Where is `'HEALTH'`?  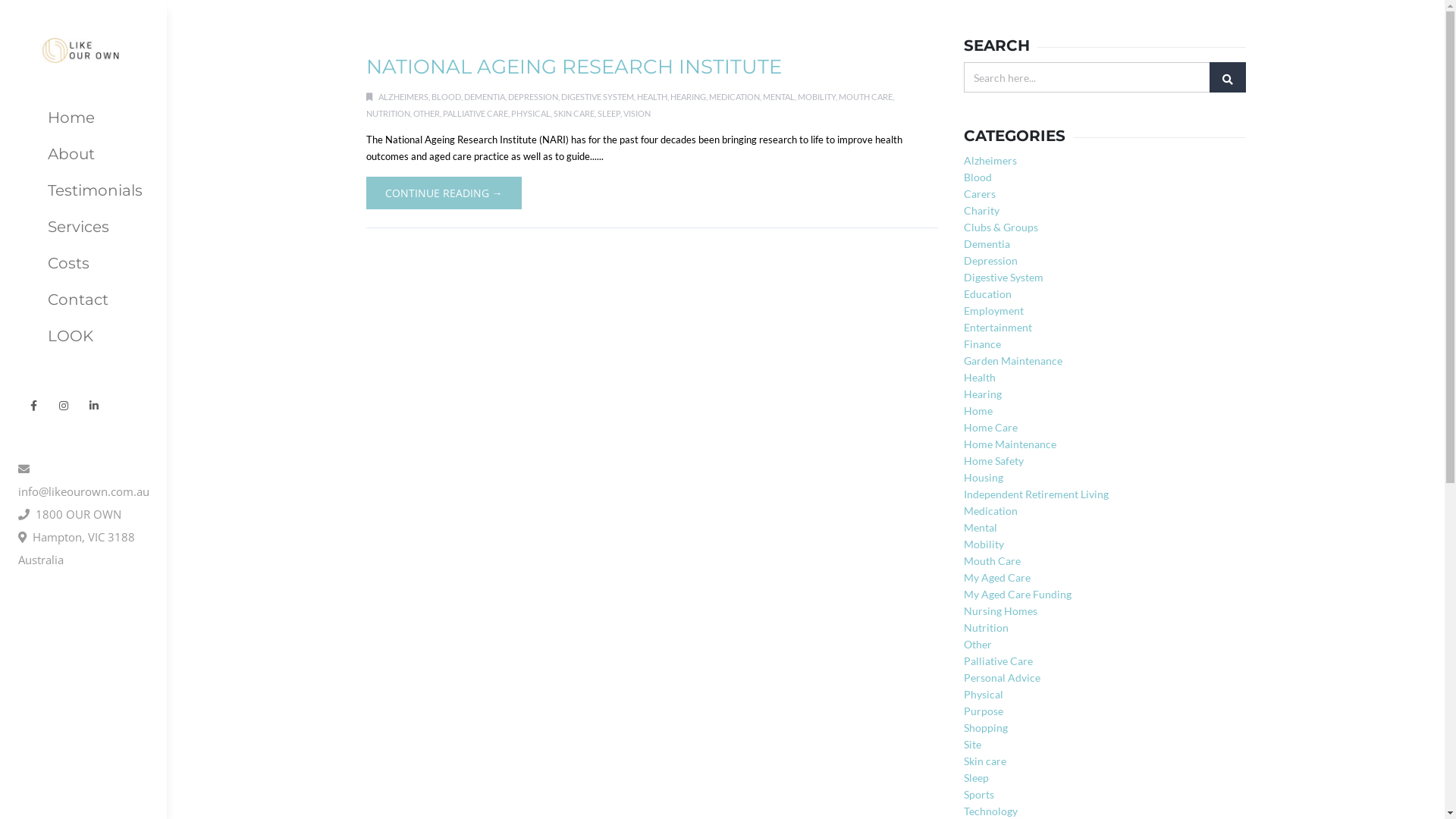
'HEALTH' is located at coordinates (651, 96).